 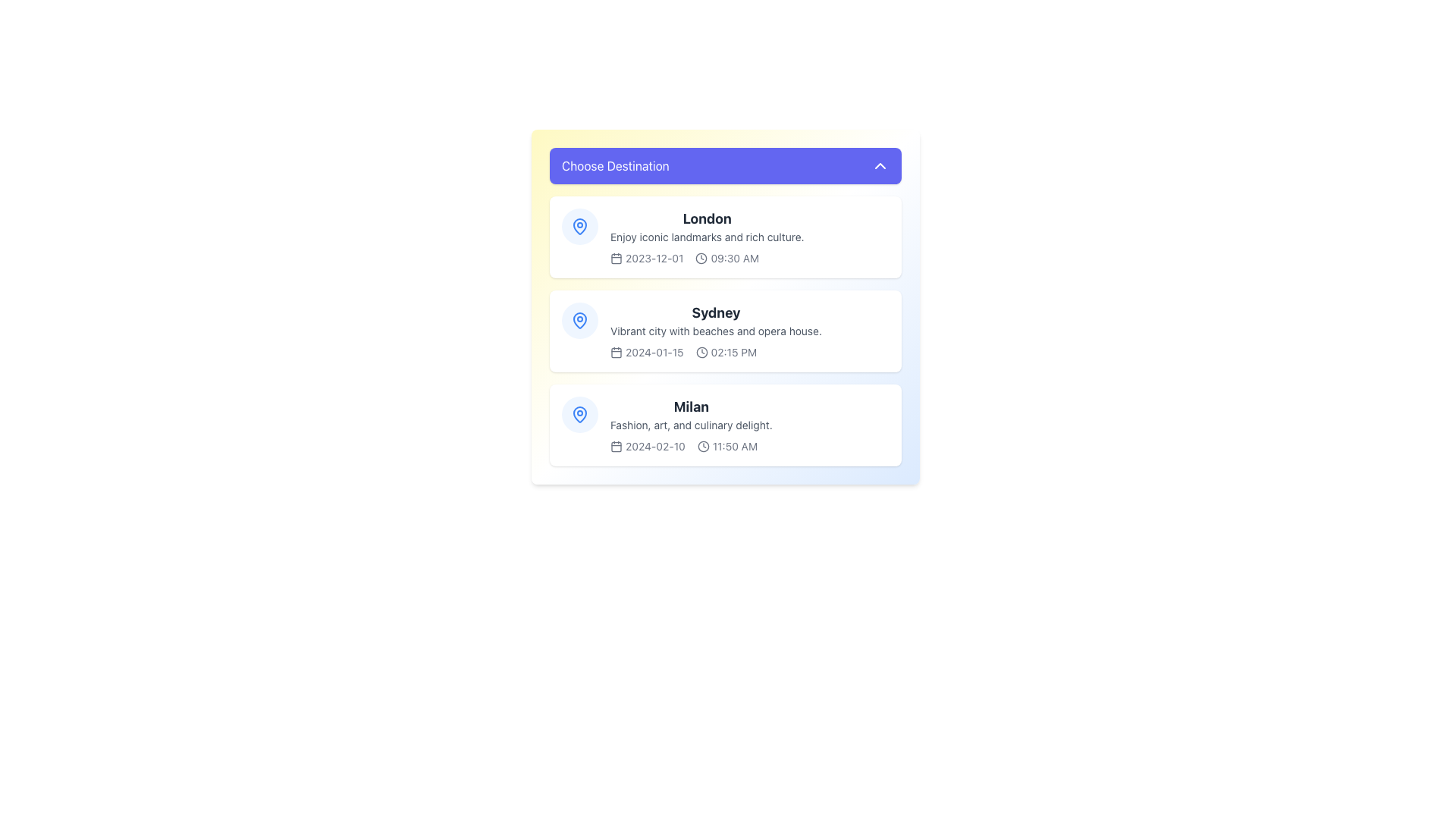 I want to click on the text label indicating the destination 'Milan', so click(x=691, y=406).